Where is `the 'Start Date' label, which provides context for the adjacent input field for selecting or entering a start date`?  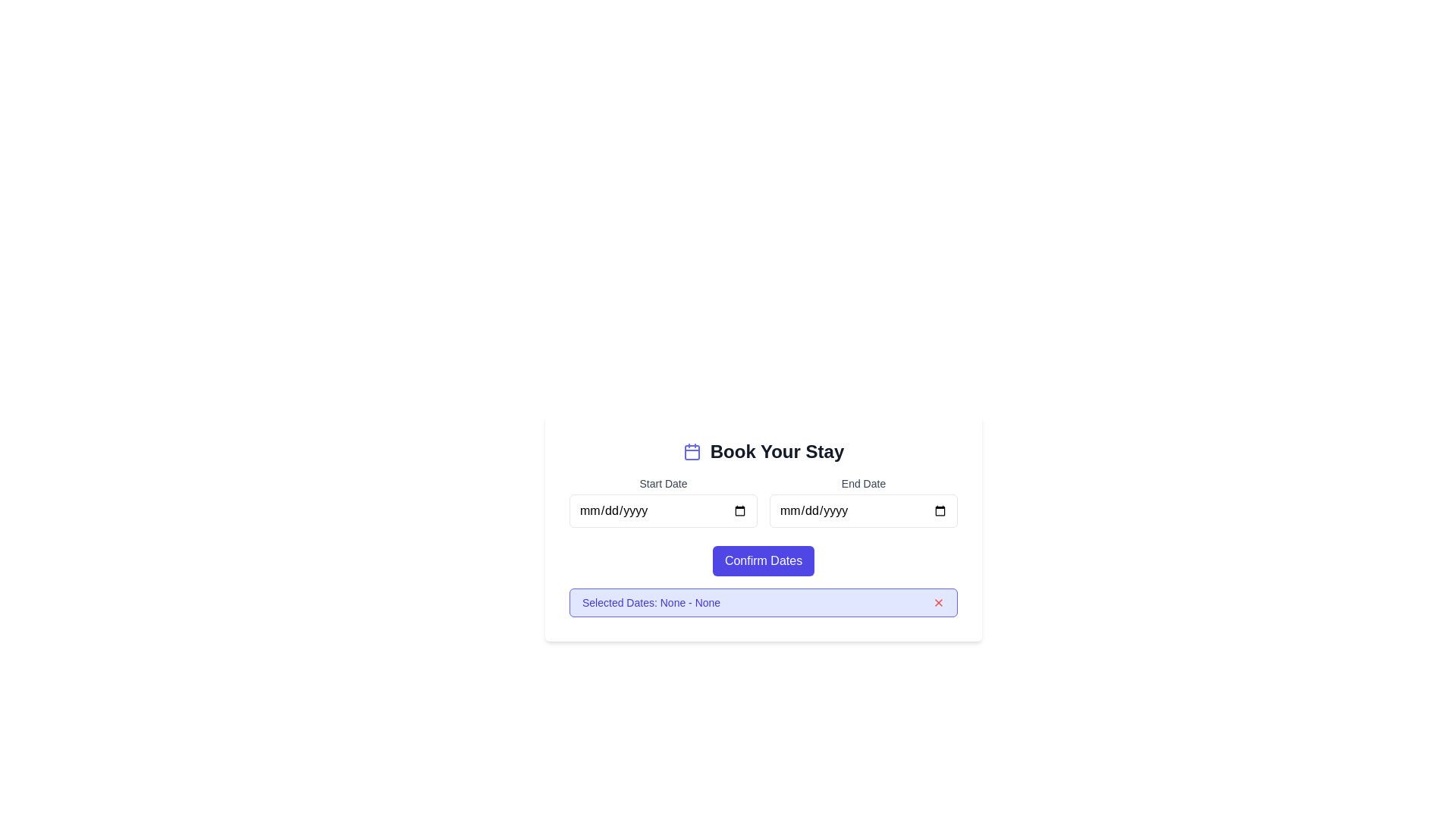 the 'Start Date' label, which provides context for the adjacent input field for selecting or entering a start date is located at coordinates (663, 483).